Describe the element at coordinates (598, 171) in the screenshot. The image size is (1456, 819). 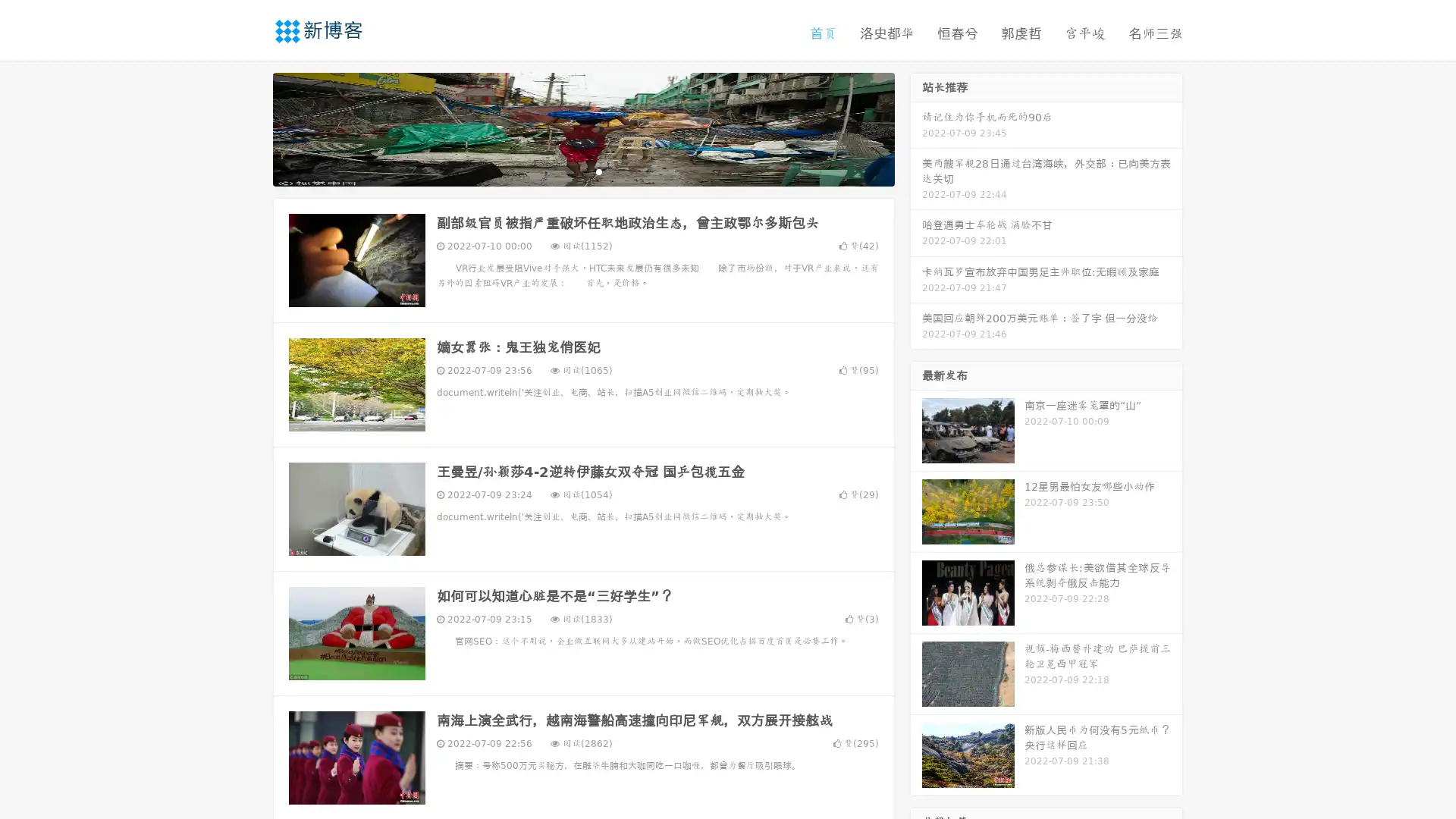
I see `Go to slide 3` at that location.